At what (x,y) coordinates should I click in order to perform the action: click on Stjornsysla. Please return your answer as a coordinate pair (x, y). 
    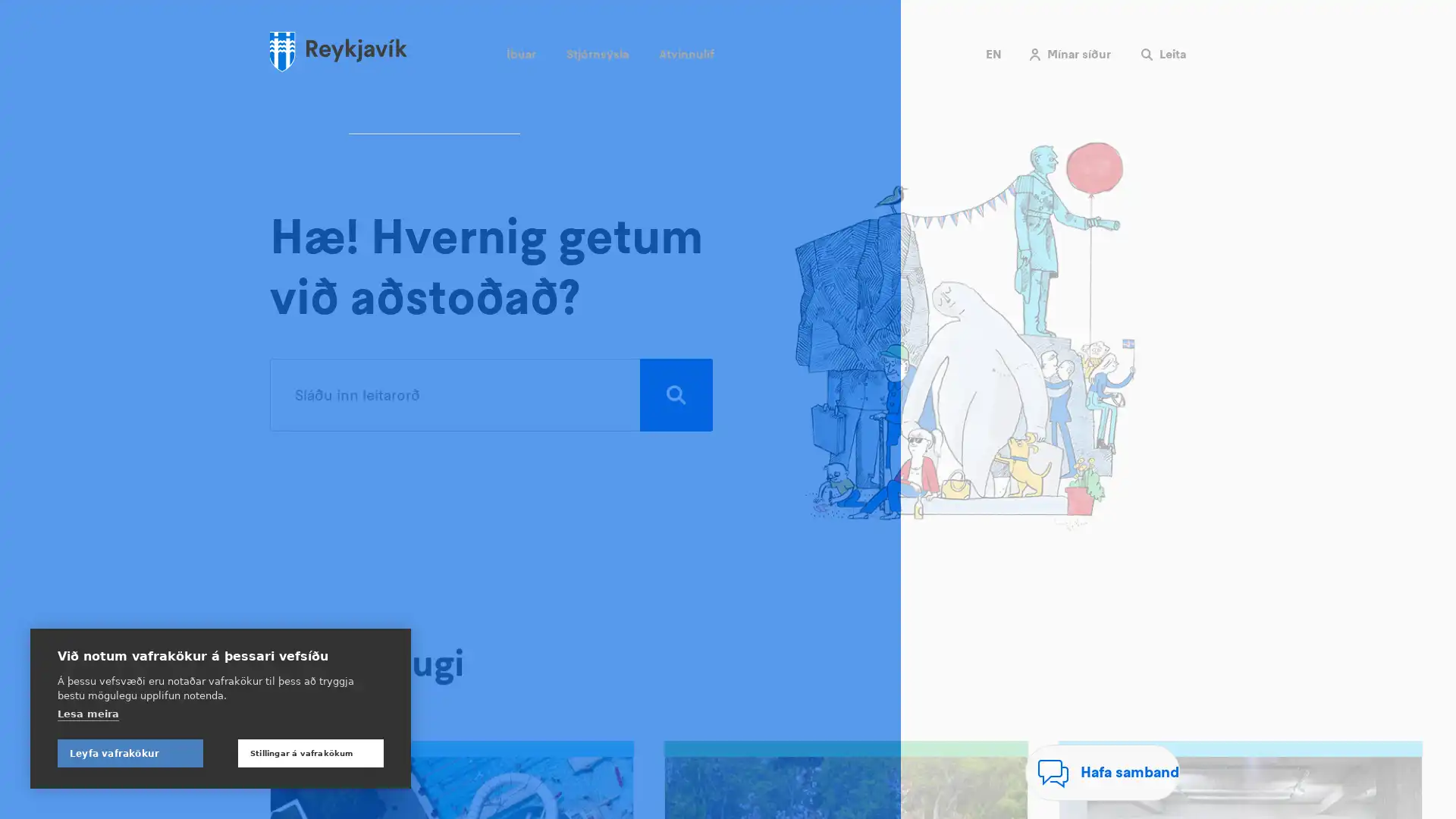
    Looking at the image, I should click on (596, 51).